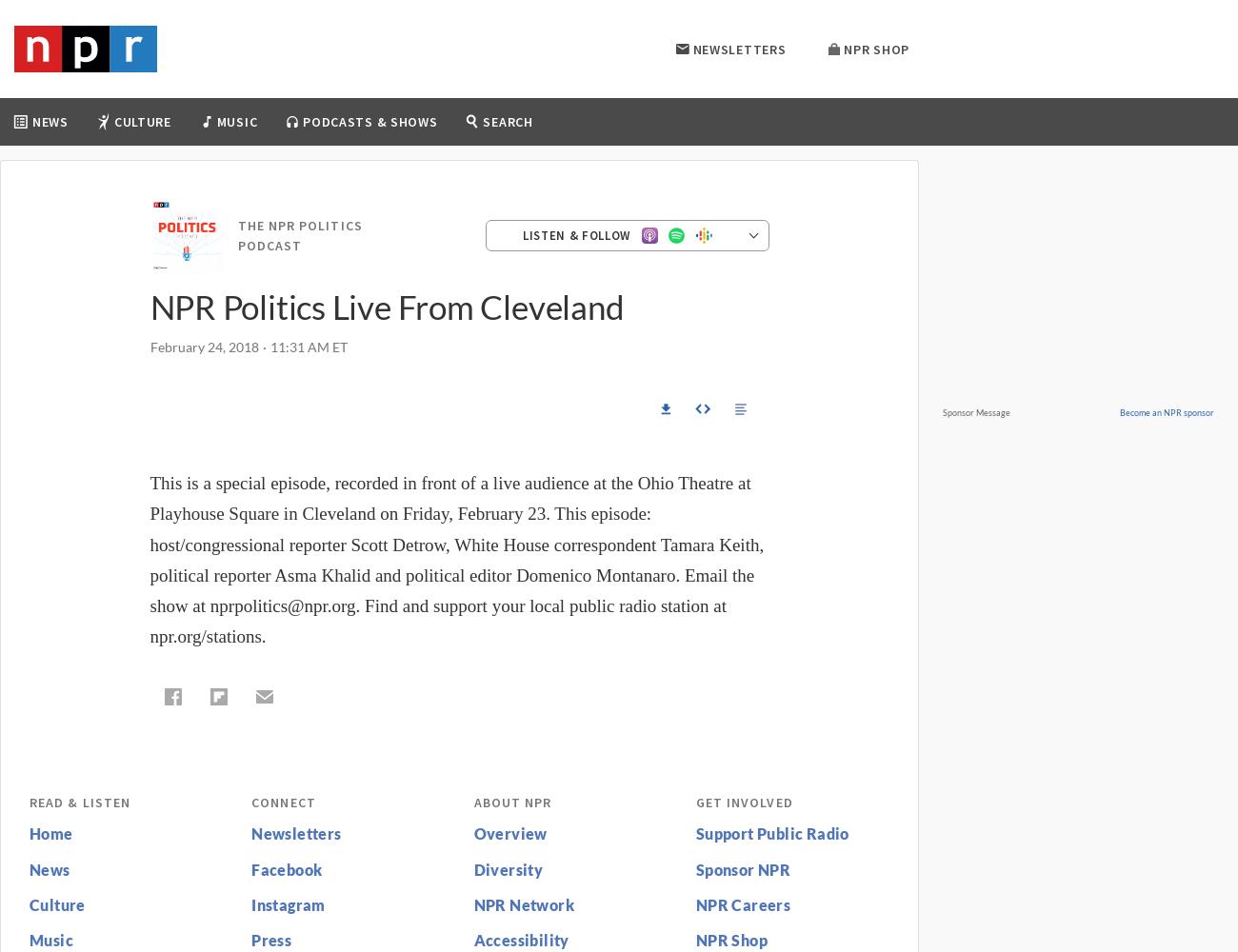 The image size is (1238, 952). What do you see at coordinates (294, 226) in the screenshot?
I see `'All Songs Considered'` at bounding box center [294, 226].